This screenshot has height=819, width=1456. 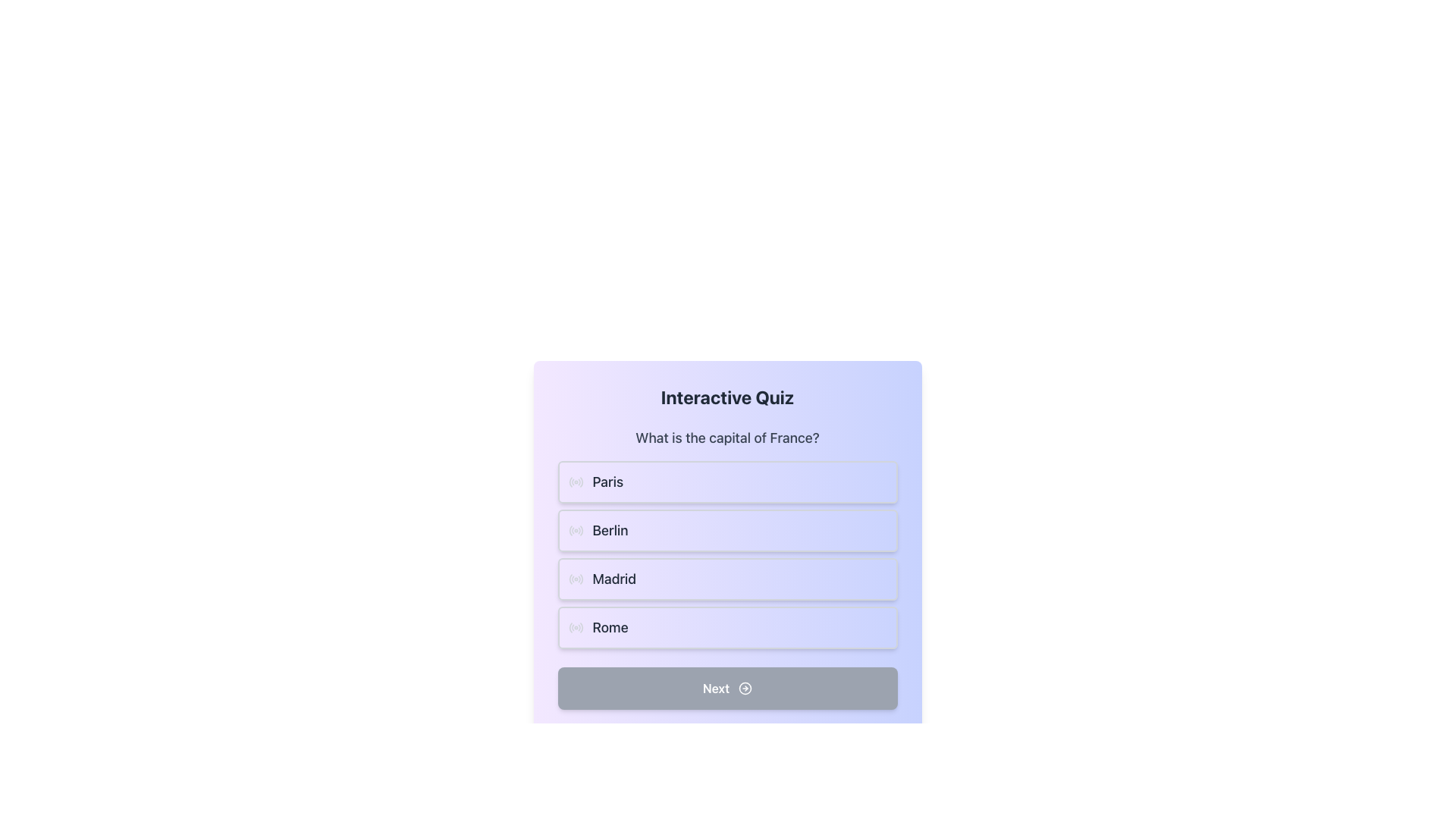 What do you see at coordinates (726, 482) in the screenshot?
I see `the button labeled 'Paris'` at bounding box center [726, 482].